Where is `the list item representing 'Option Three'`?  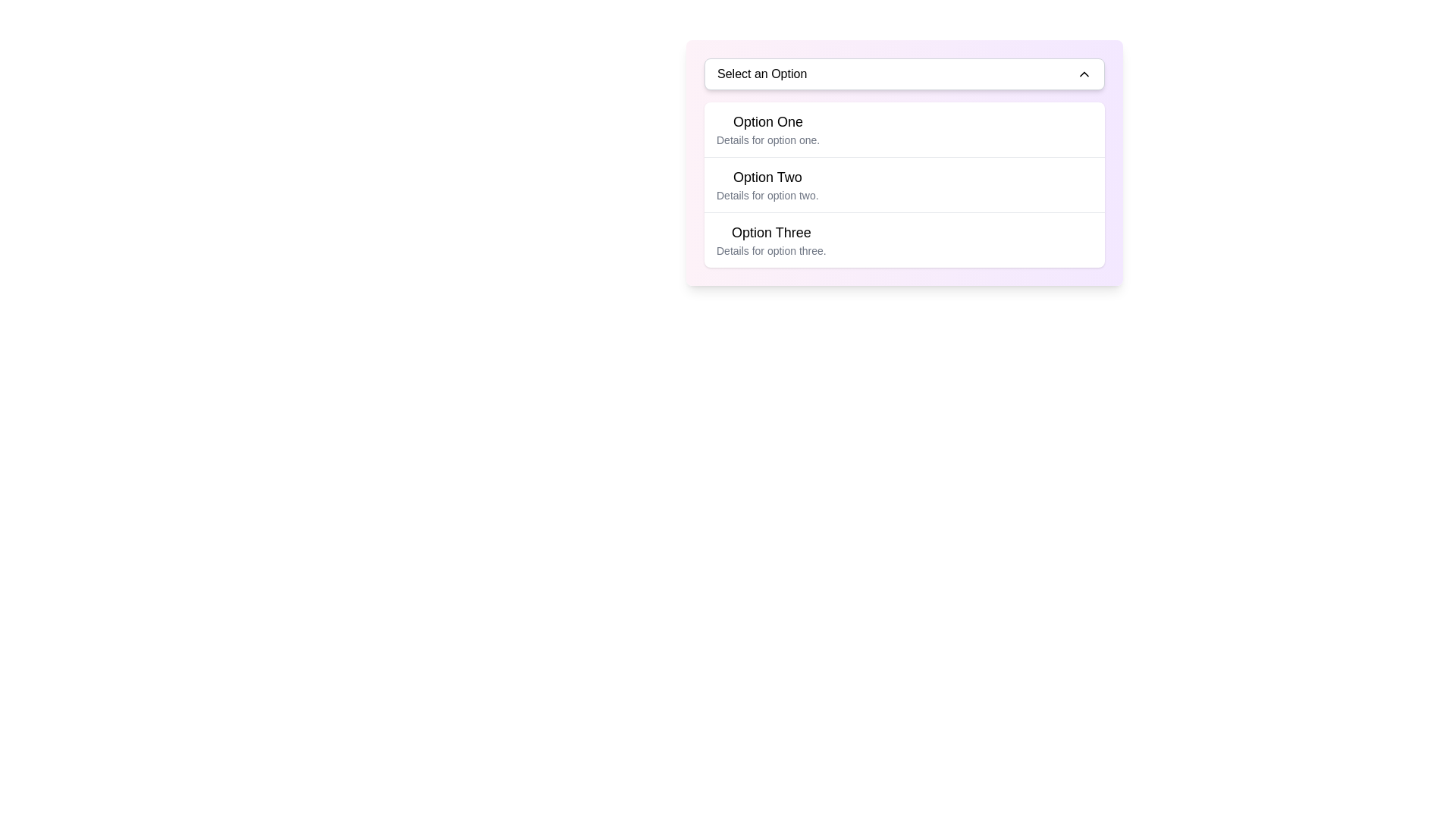 the list item representing 'Option Three' is located at coordinates (771, 239).